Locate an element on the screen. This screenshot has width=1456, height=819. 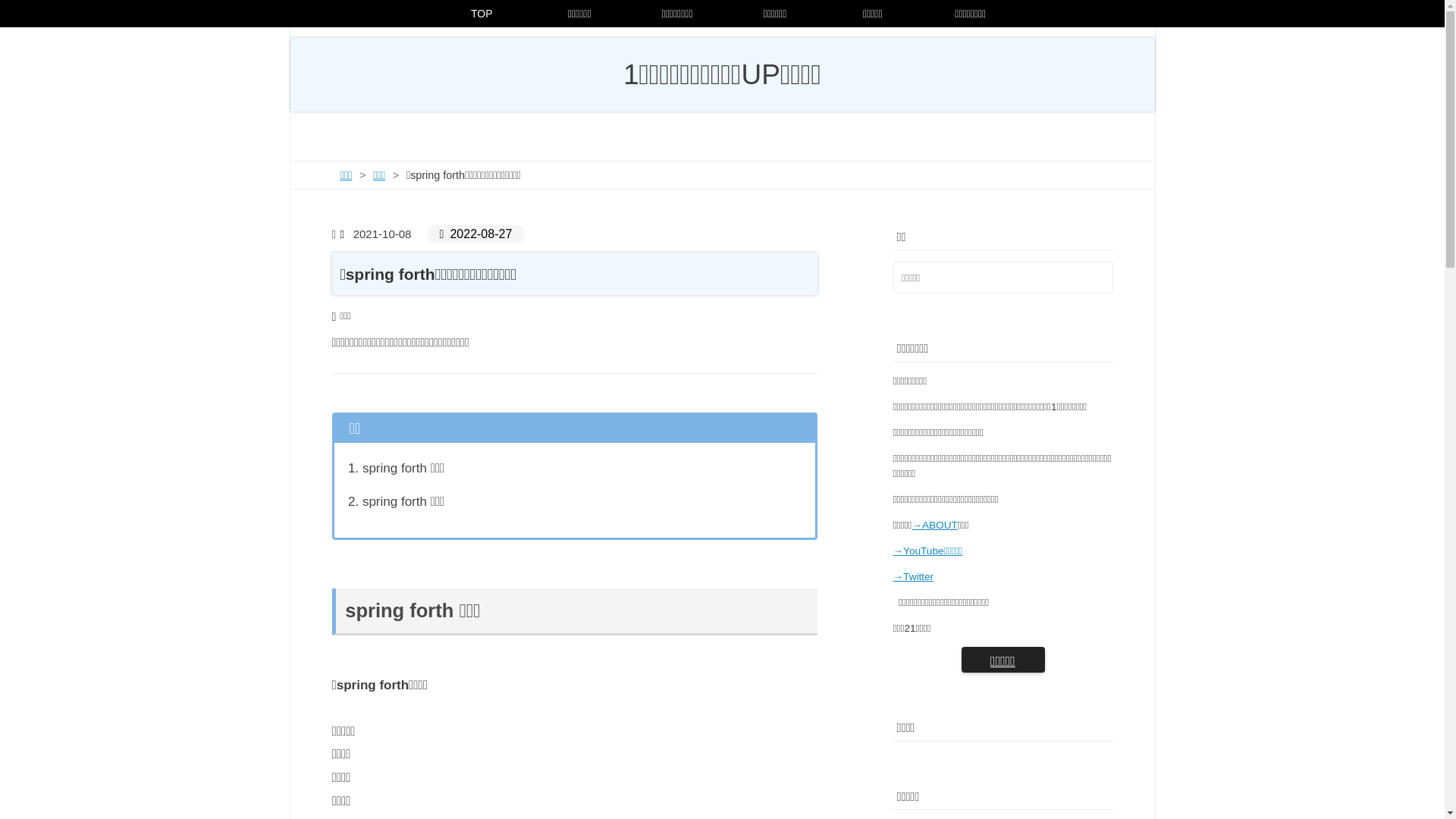
'2021-10-08' is located at coordinates (378, 234).